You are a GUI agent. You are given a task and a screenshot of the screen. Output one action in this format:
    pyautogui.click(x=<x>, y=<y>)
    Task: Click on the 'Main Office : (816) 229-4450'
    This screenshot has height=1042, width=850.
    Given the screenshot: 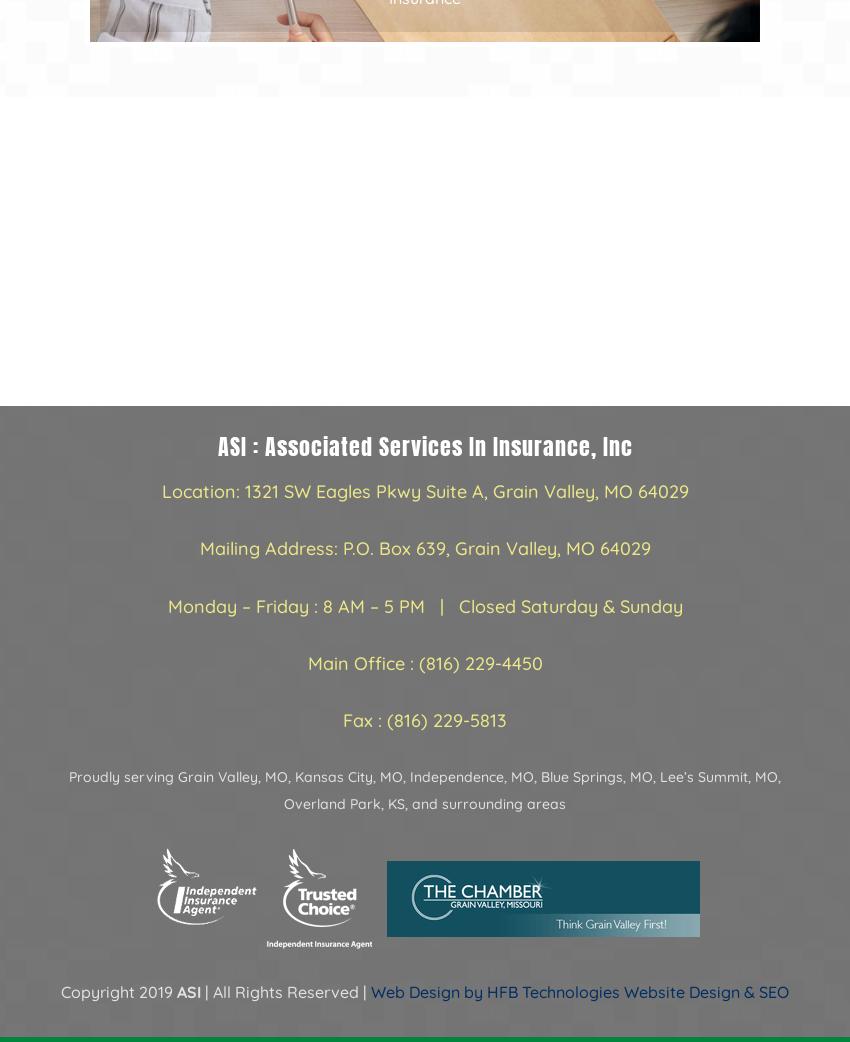 What is the action you would take?
    pyautogui.click(x=424, y=662)
    